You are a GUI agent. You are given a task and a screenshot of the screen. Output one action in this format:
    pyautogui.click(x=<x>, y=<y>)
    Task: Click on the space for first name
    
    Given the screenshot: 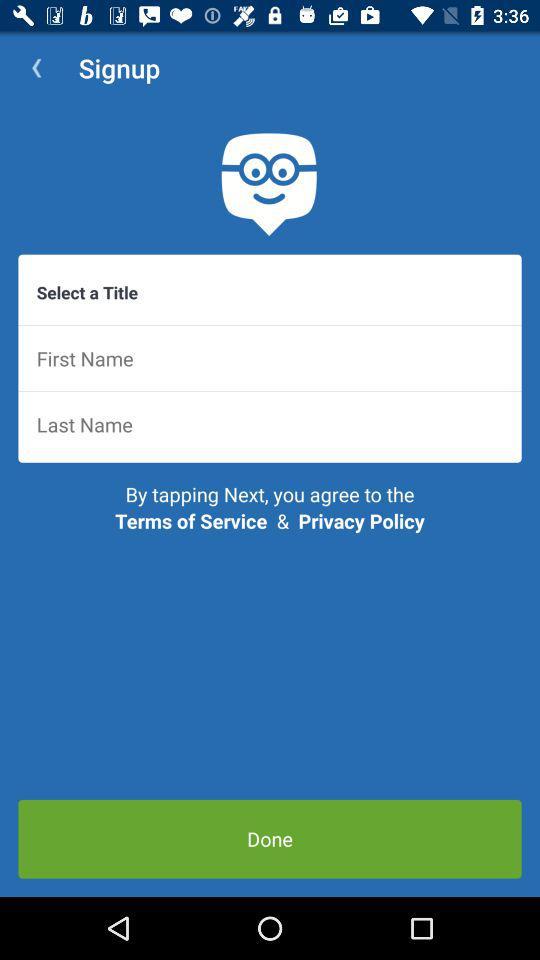 What is the action you would take?
    pyautogui.click(x=270, y=358)
    